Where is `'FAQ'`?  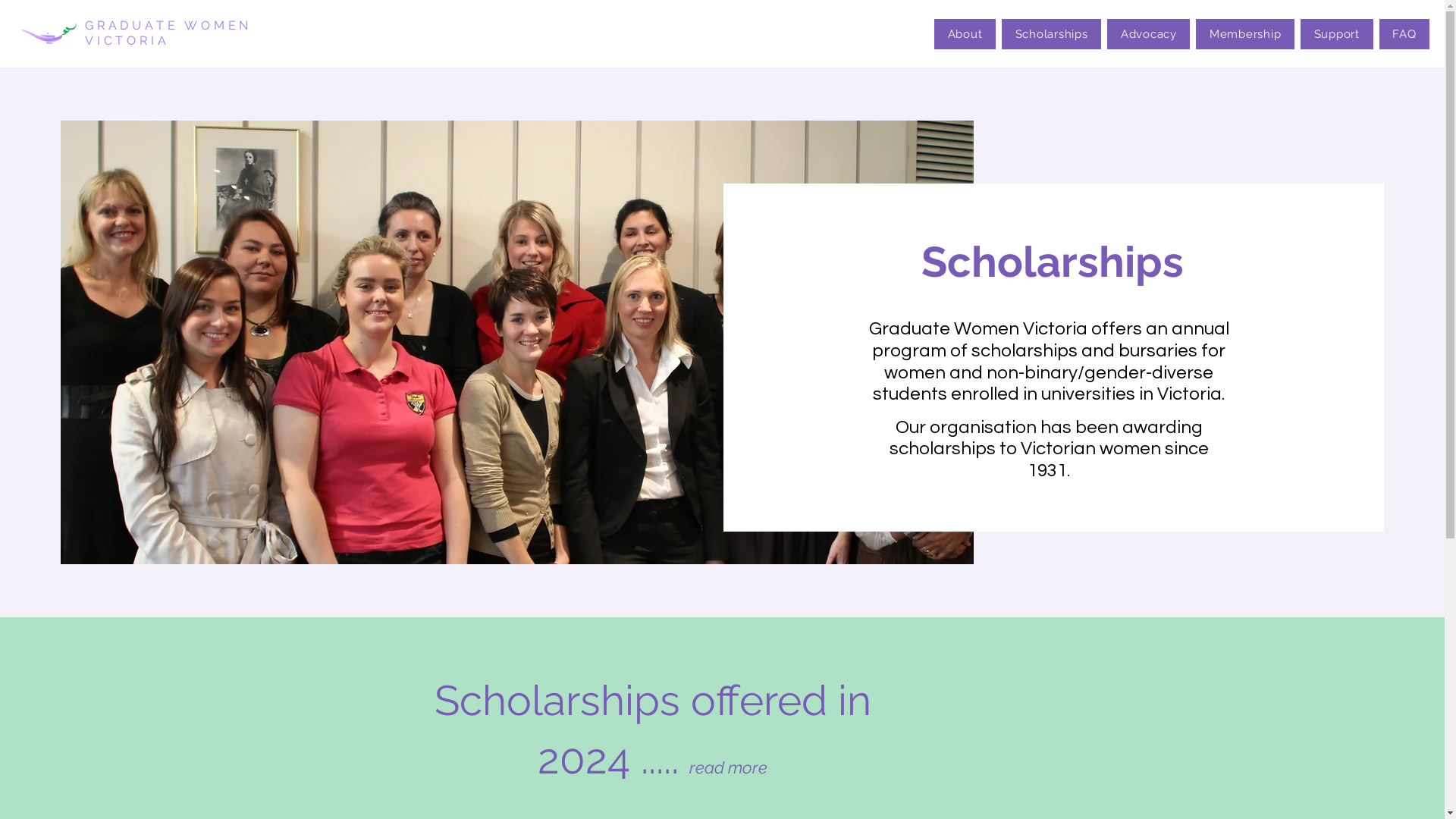
'FAQ' is located at coordinates (1404, 34).